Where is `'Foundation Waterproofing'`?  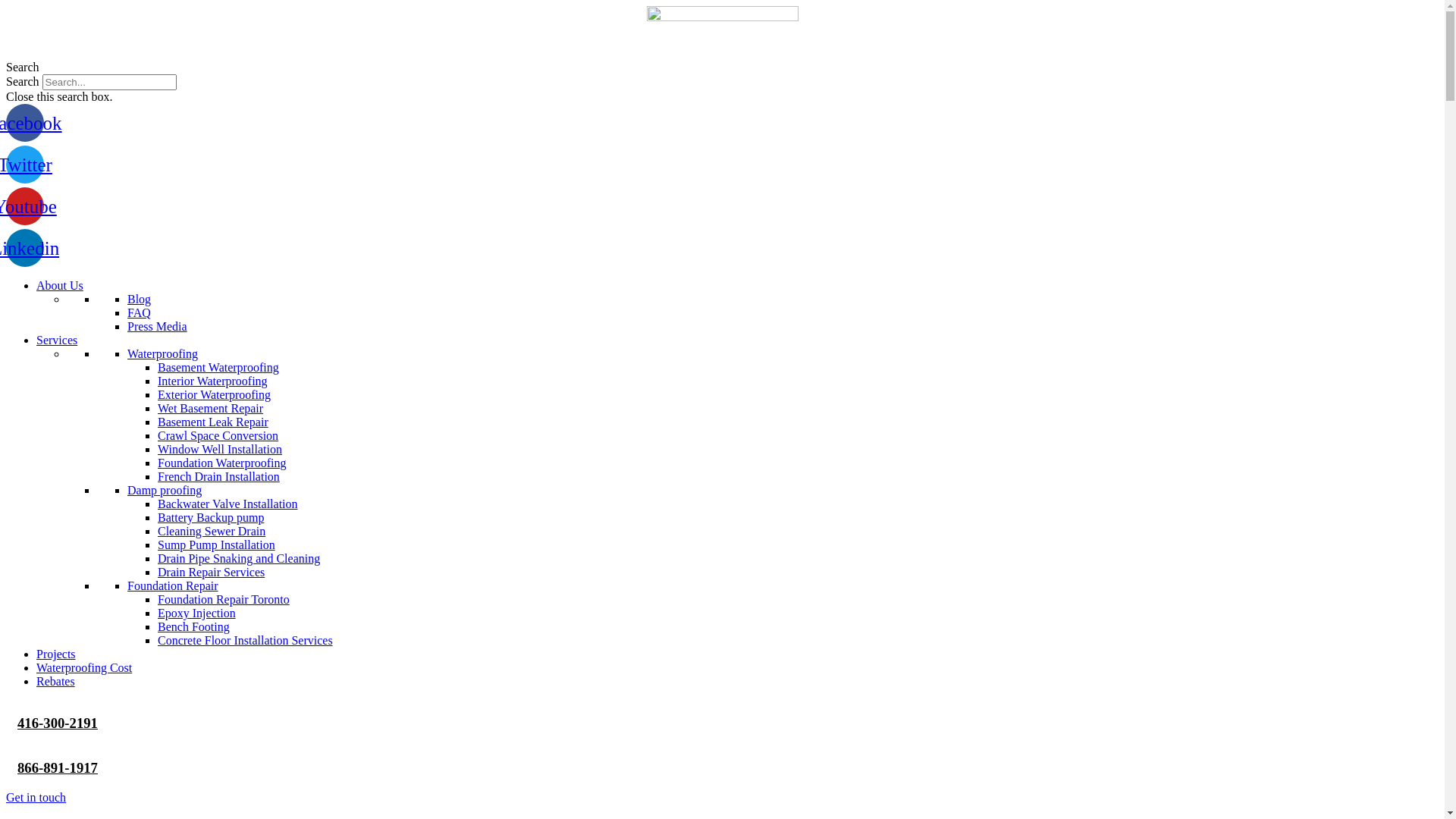
'Foundation Waterproofing' is located at coordinates (157, 462).